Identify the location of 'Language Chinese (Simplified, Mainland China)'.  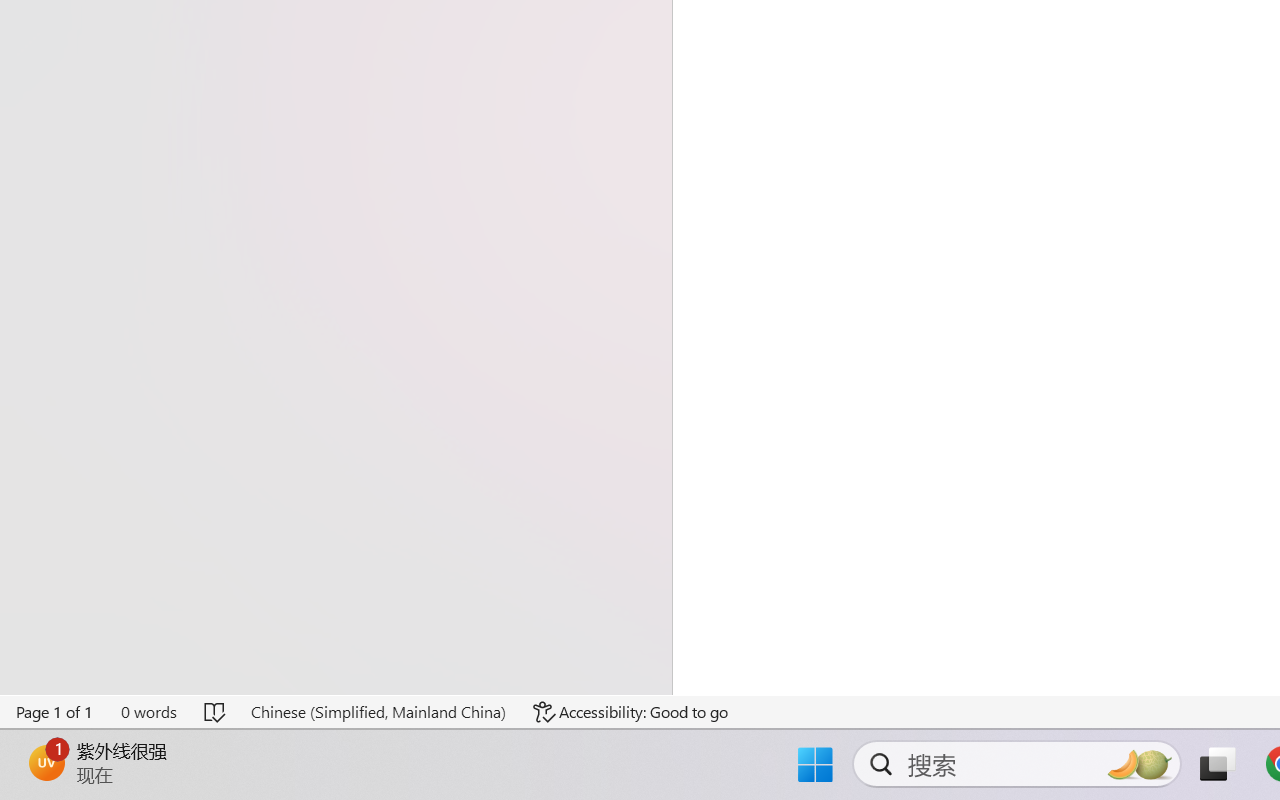
(378, 711).